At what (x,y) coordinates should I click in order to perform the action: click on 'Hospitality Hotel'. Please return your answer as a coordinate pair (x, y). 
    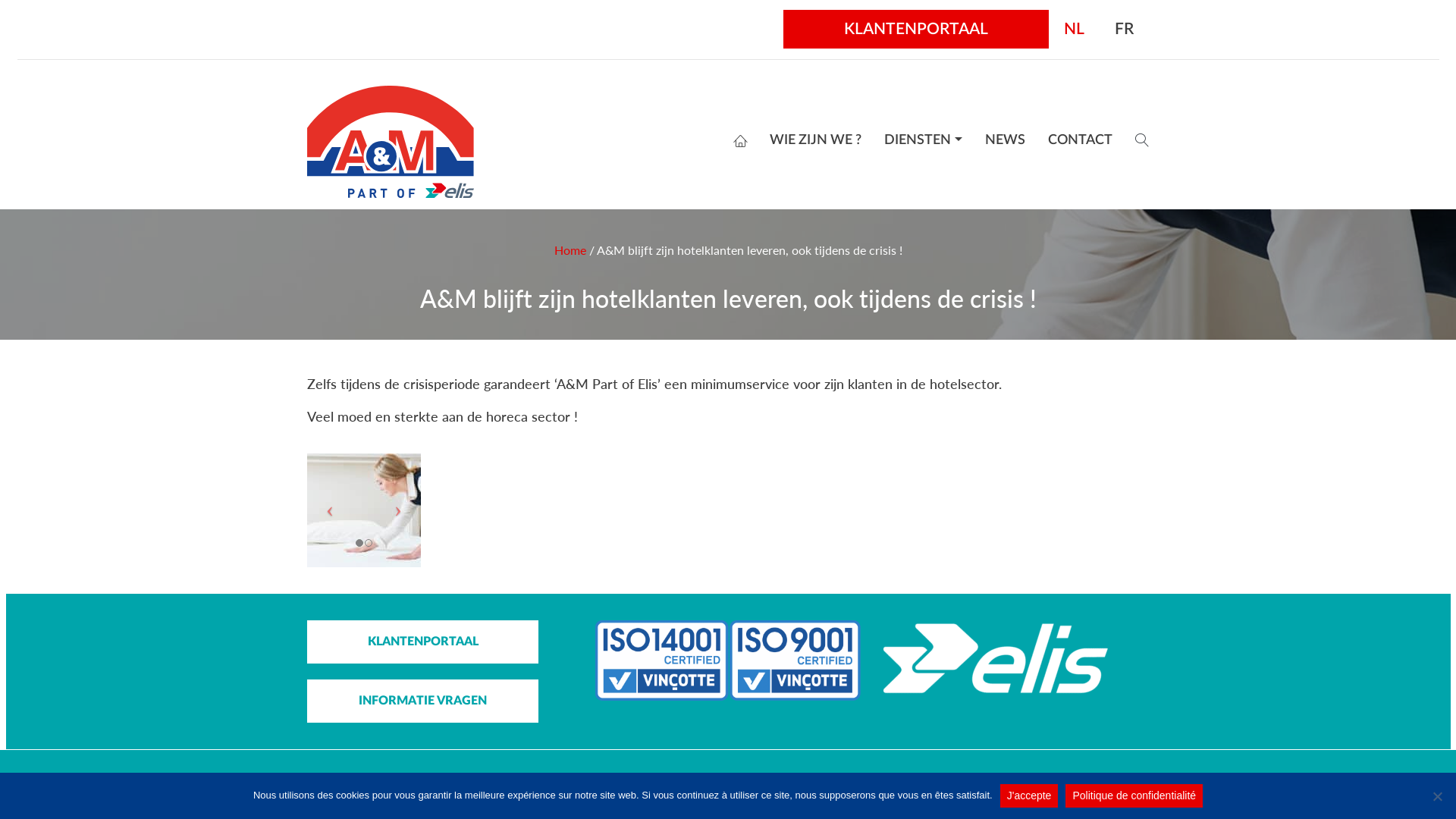
    Looking at the image, I should click on (364, 510).